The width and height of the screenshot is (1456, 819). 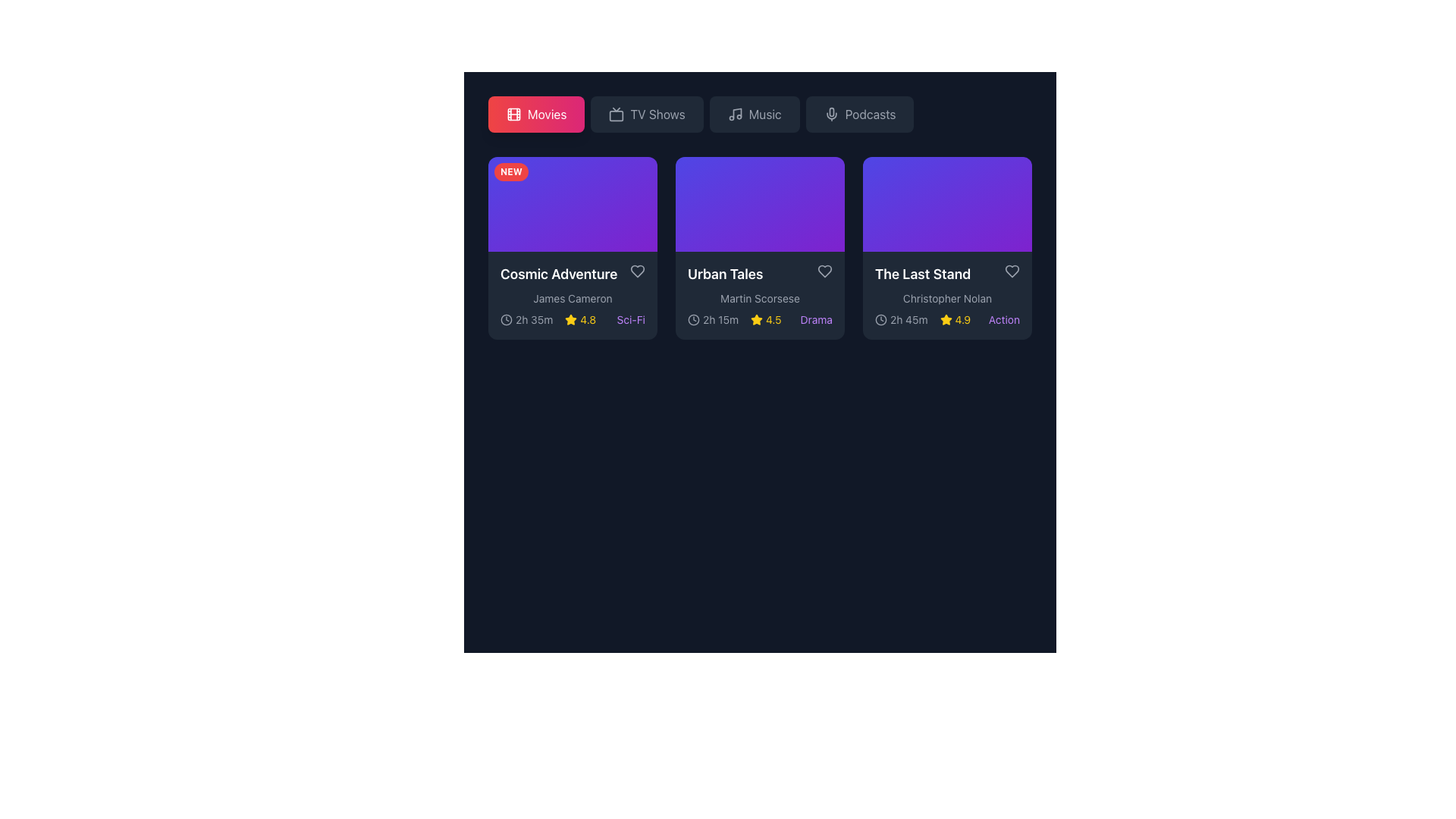 What do you see at coordinates (637, 271) in the screenshot?
I see `the heart-shaped icon button located to the right of the title 'Cosmic Adventure'` at bounding box center [637, 271].